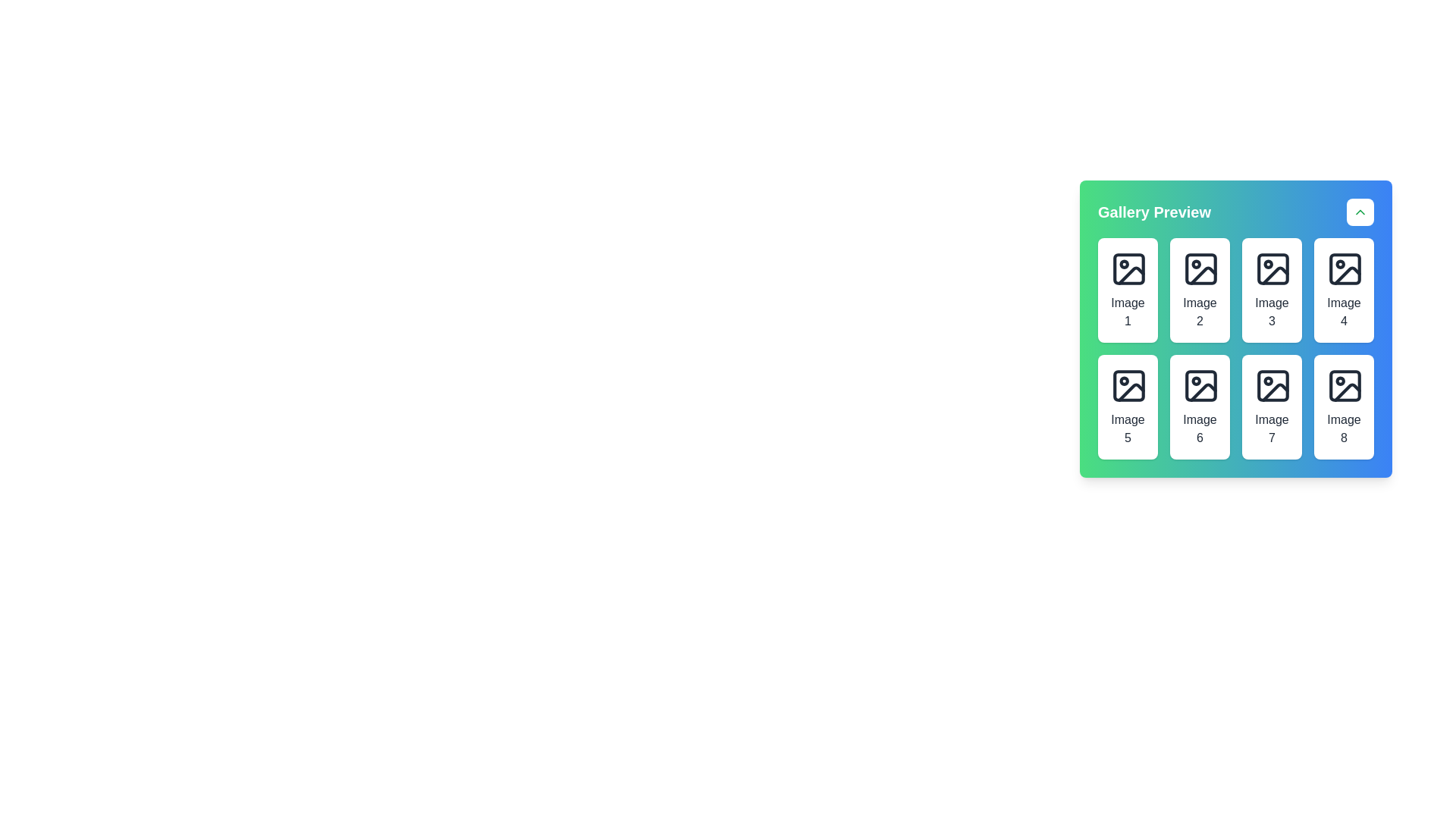 Image resolution: width=1456 pixels, height=819 pixels. I want to click on rectangular visual component located in the upper-right corner of the fourth image card in the gallery grid for debugging purposes, so click(1345, 268).